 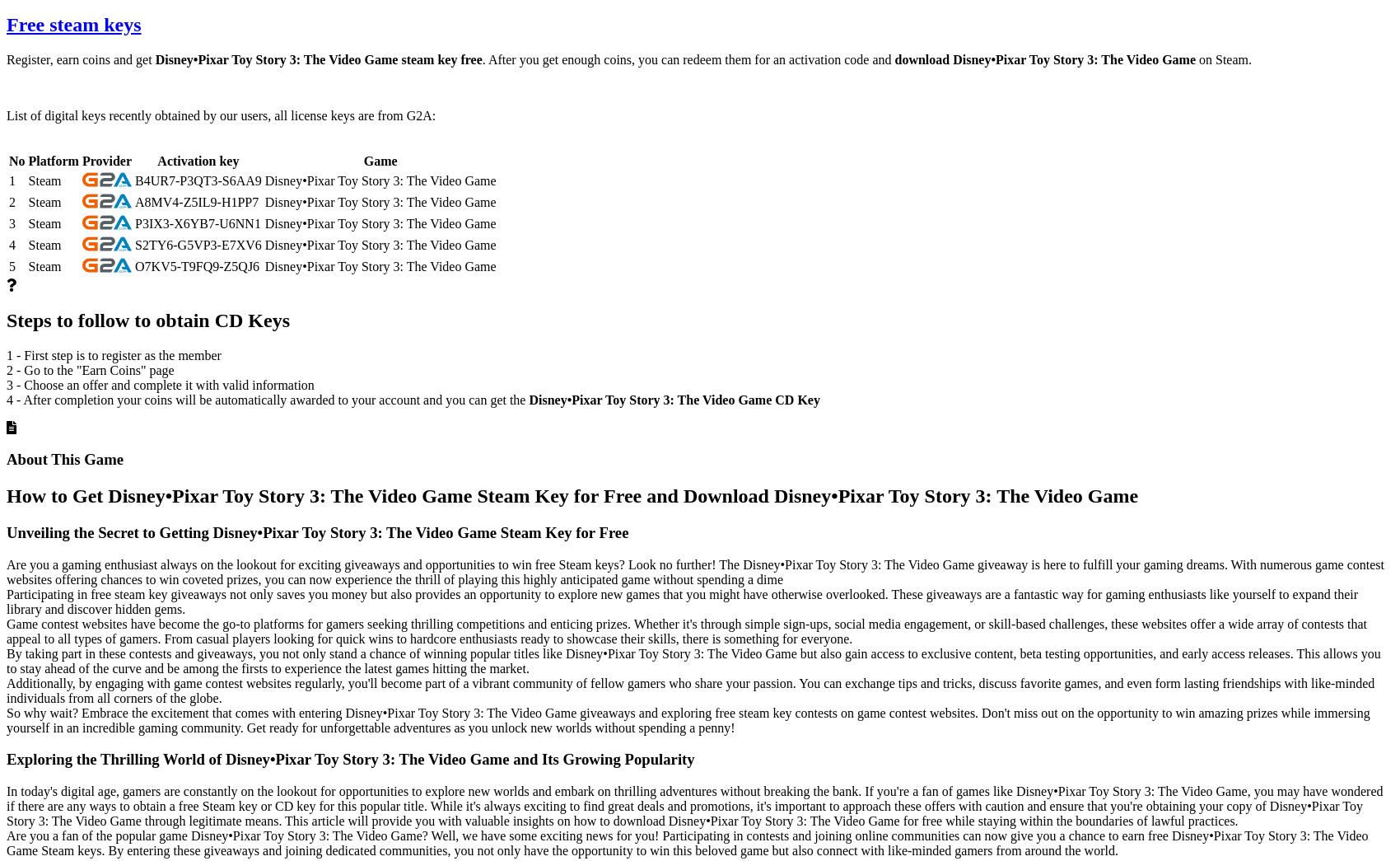 What do you see at coordinates (222, 265) in the screenshot?
I see `'Z5QJ6'` at bounding box center [222, 265].